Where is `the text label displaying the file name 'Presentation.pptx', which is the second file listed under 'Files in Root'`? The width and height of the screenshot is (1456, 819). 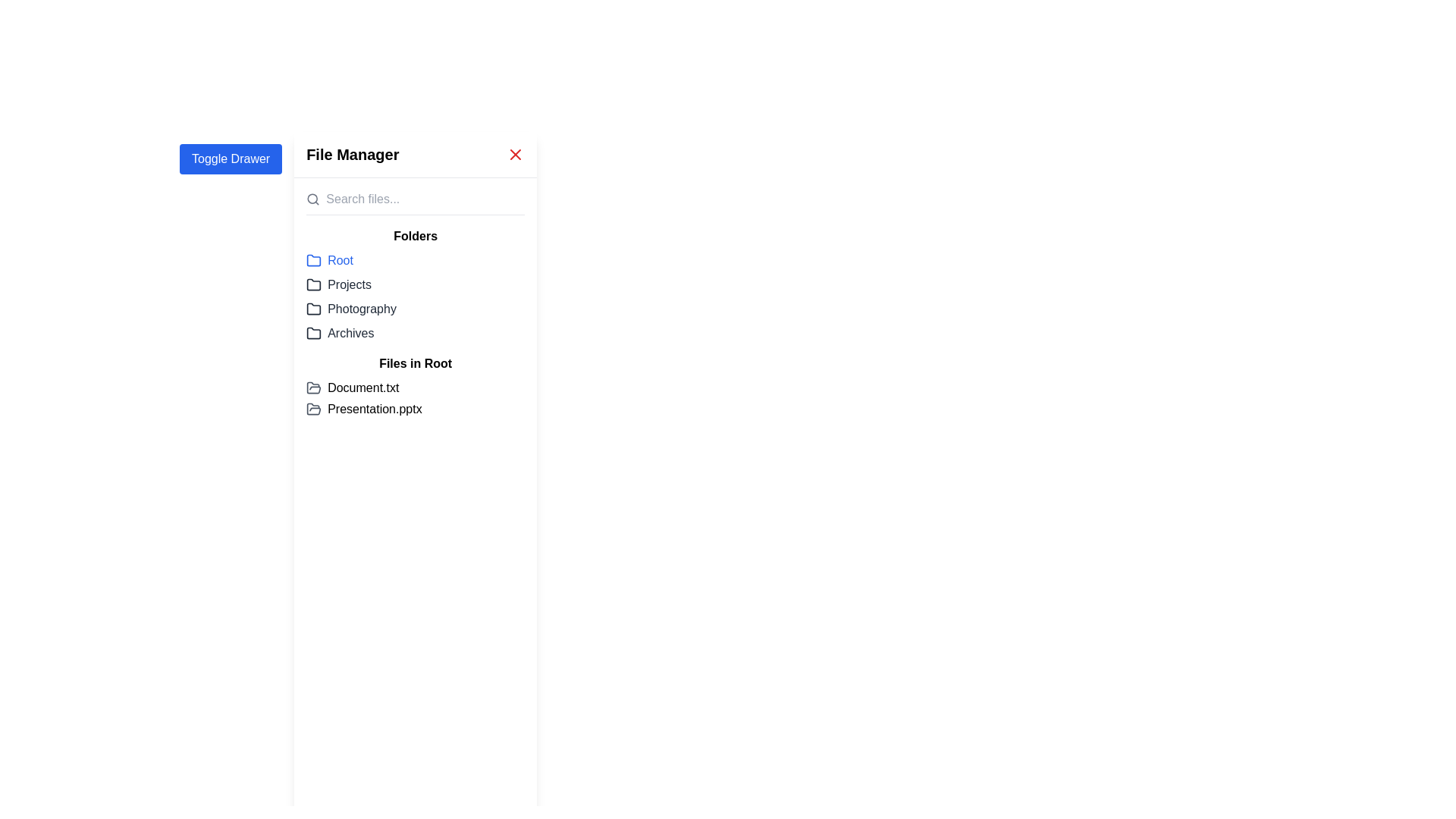 the text label displaying the file name 'Presentation.pptx', which is the second file listed under 'Files in Root' is located at coordinates (375, 409).